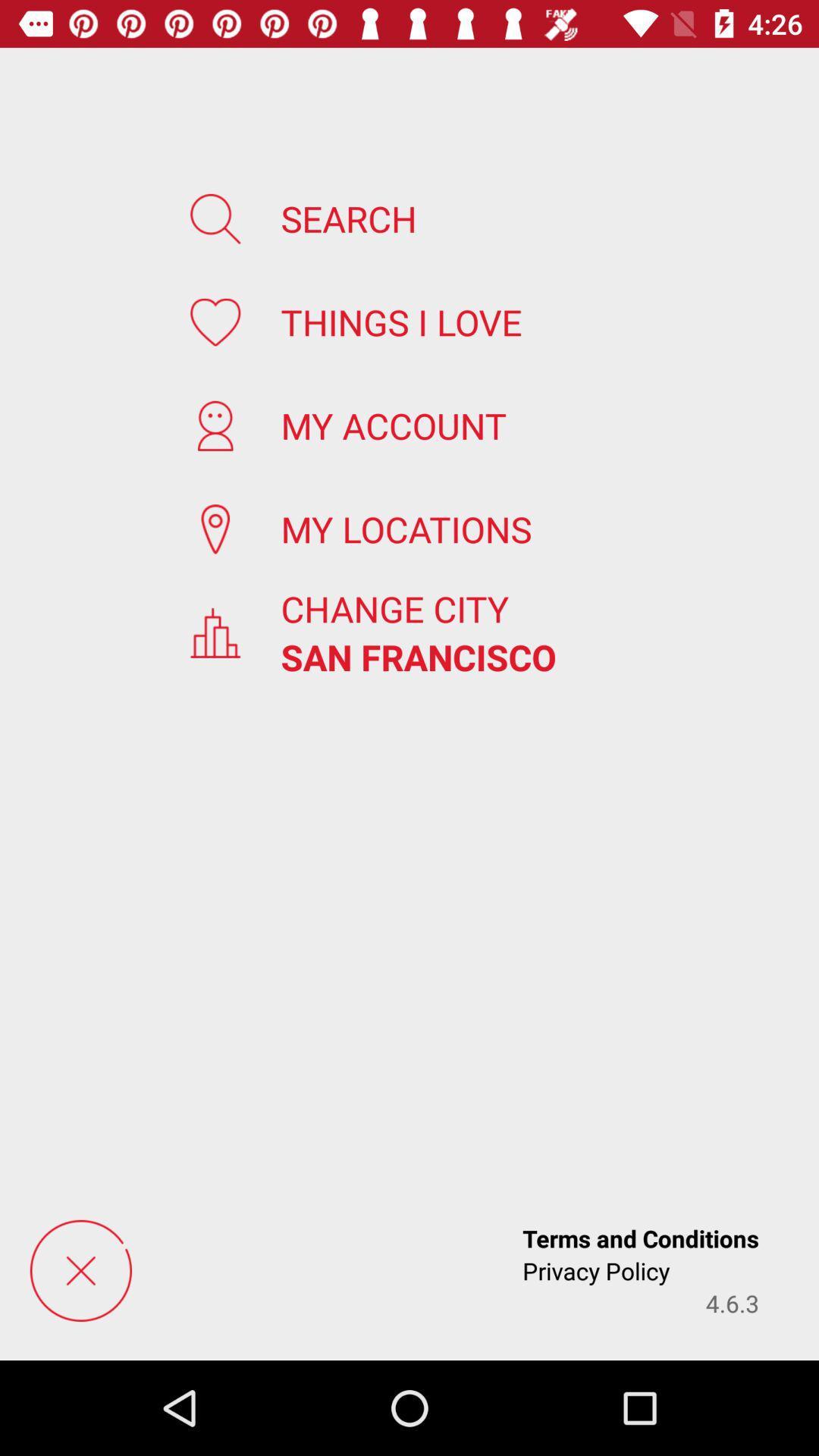 This screenshot has width=819, height=1456. What do you see at coordinates (419, 657) in the screenshot?
I see `icon above the terms and conditions item` at bounding box center [419, 657].